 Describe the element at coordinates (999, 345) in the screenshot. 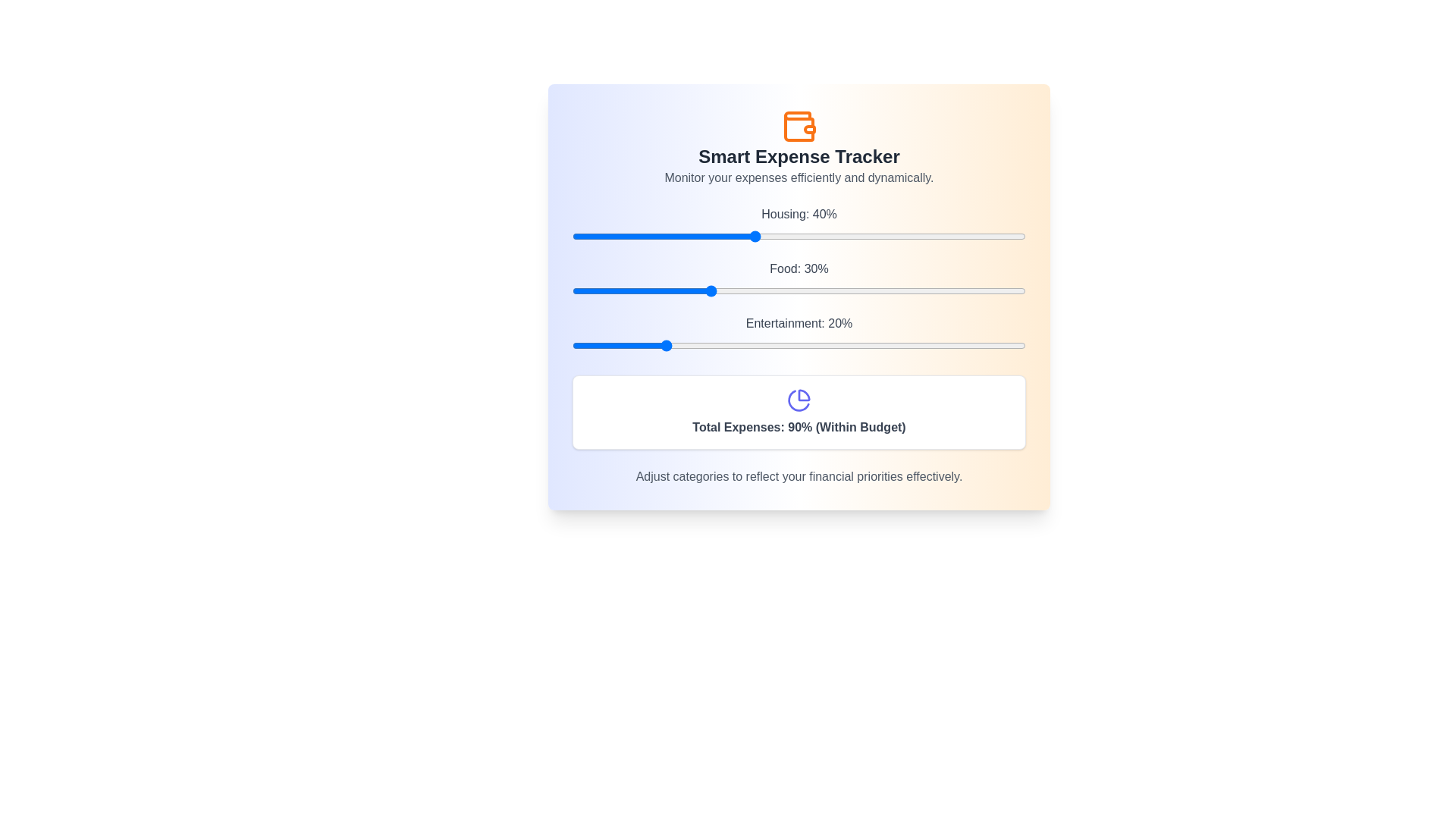

I see `the Entertainment slider to 94%` at that location.